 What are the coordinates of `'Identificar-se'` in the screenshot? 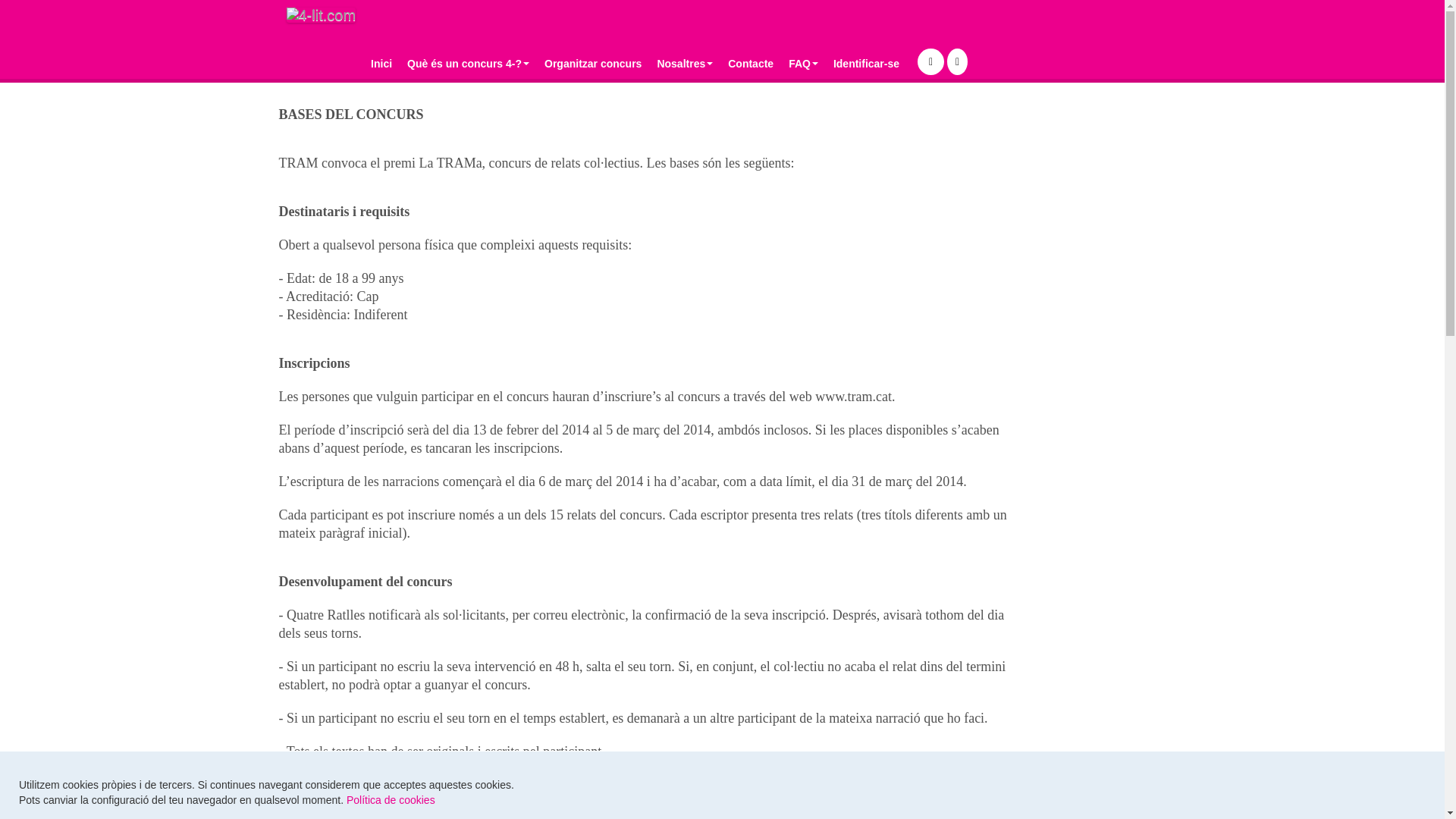 It's located at (866, 63).